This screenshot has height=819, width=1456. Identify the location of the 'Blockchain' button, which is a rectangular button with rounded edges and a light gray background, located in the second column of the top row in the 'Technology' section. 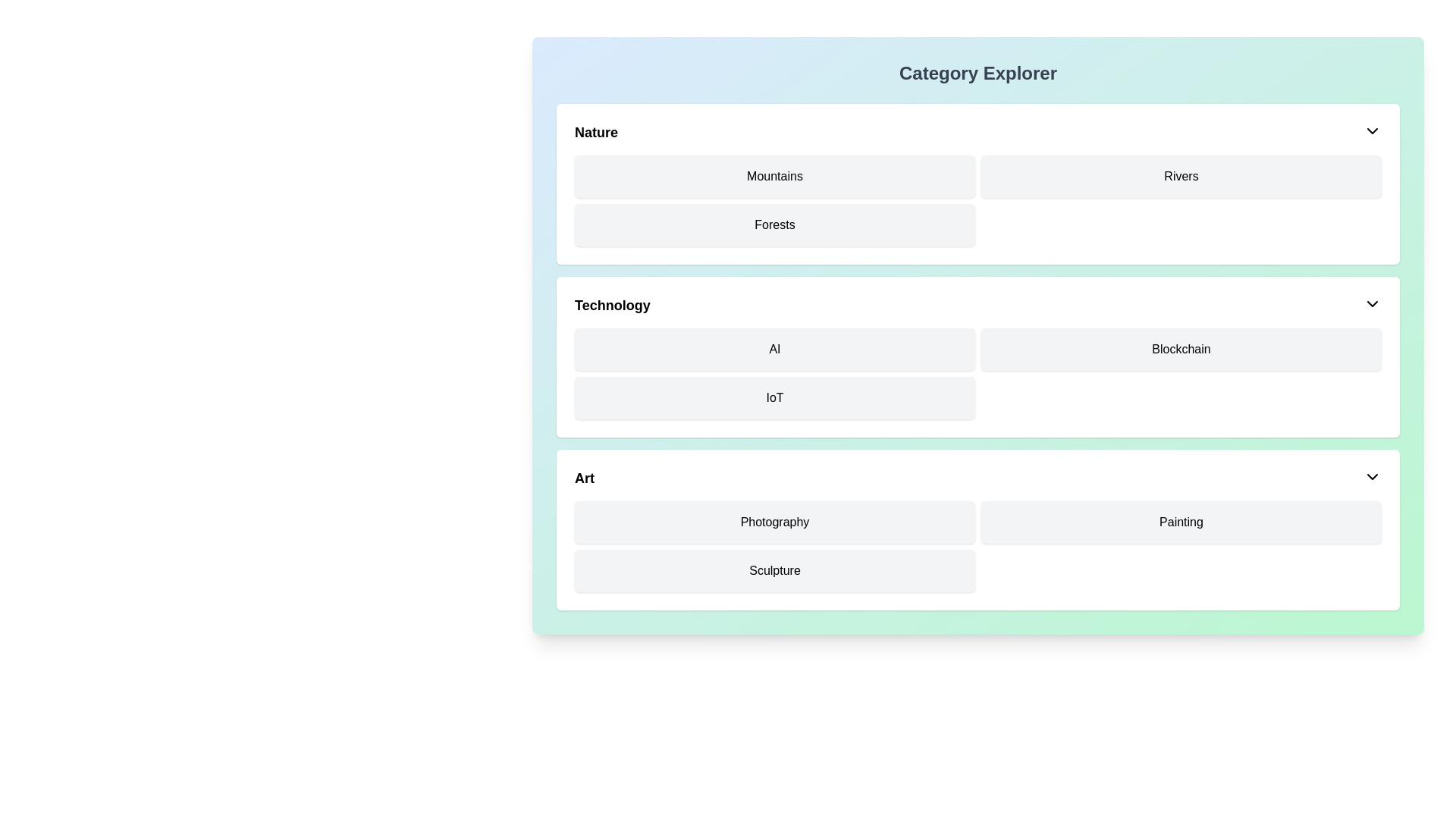
(1181, 350).